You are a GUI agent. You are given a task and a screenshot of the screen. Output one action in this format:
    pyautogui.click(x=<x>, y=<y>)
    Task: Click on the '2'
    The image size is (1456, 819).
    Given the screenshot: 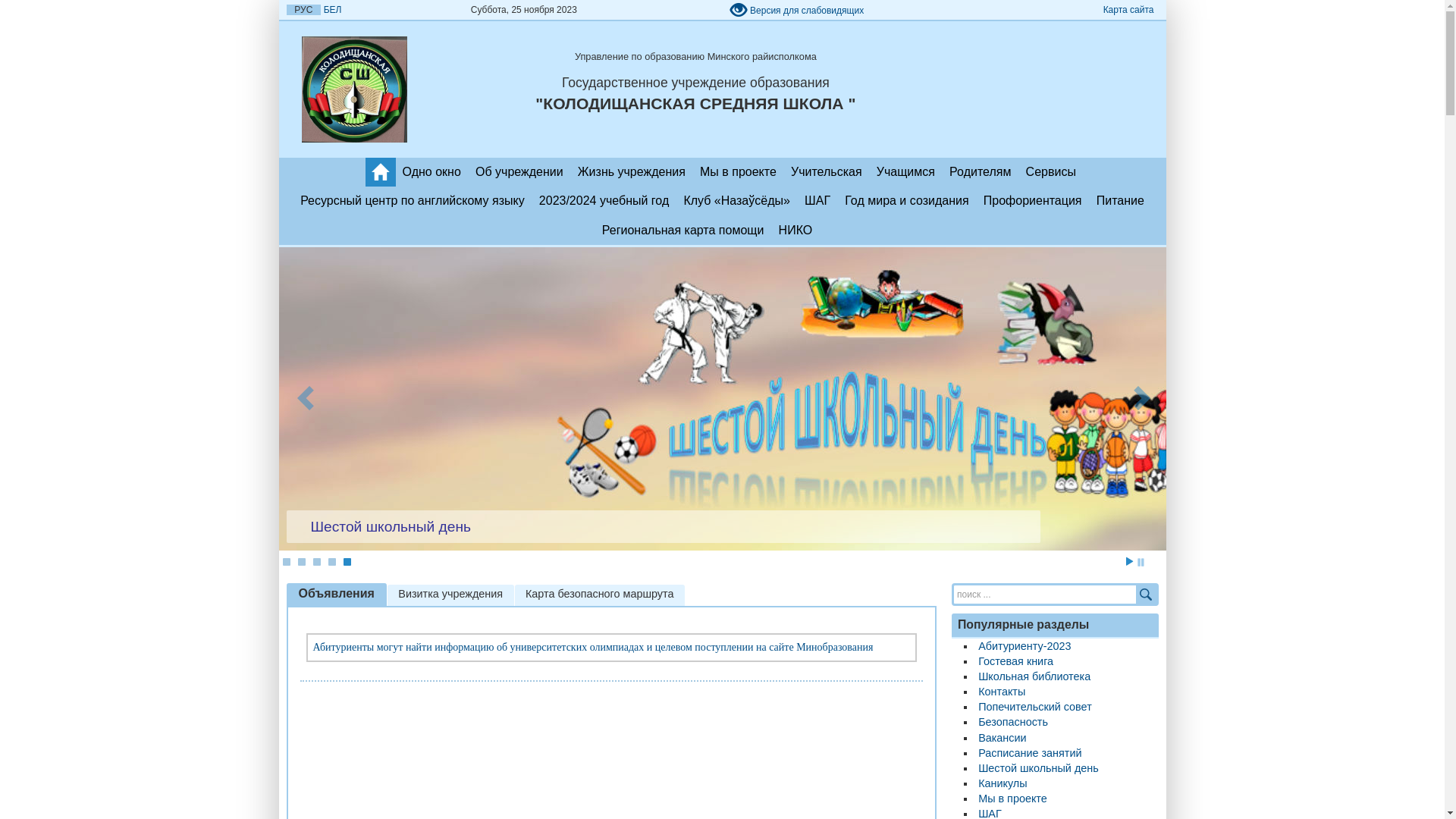 What is the action you would take?
    pyautogui.click(x=301, y=561)
    